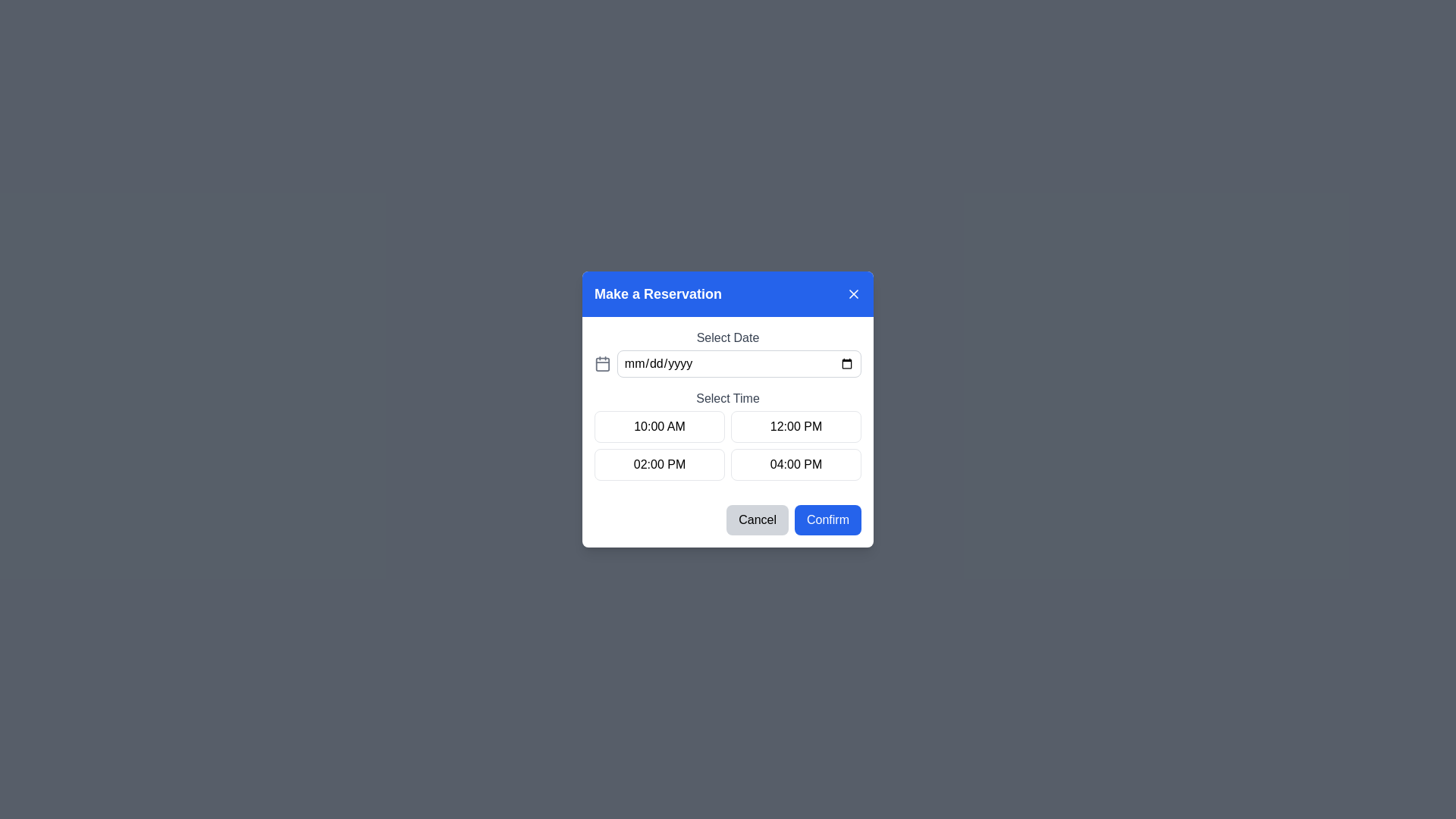 This screenshot has height=819, width=1456. What do you see at coordinates (728, 444) in the screenshot?
I see `the time option in the grid layout within the 'Make a Reservation' modal` at bounding box center [728, 444].